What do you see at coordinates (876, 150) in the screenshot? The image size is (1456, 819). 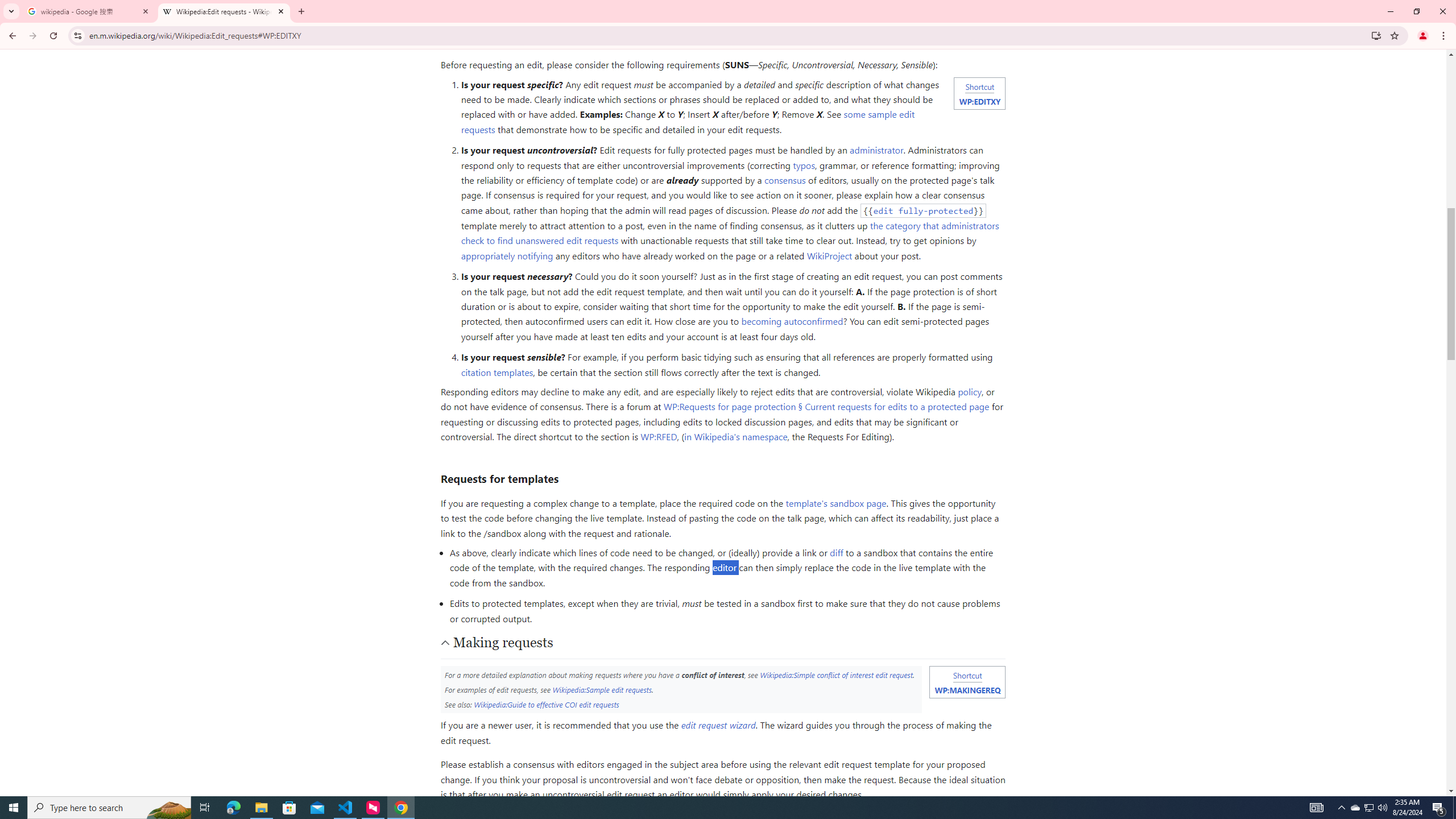 I see `'administrator'` at bounding box center [876, 150].